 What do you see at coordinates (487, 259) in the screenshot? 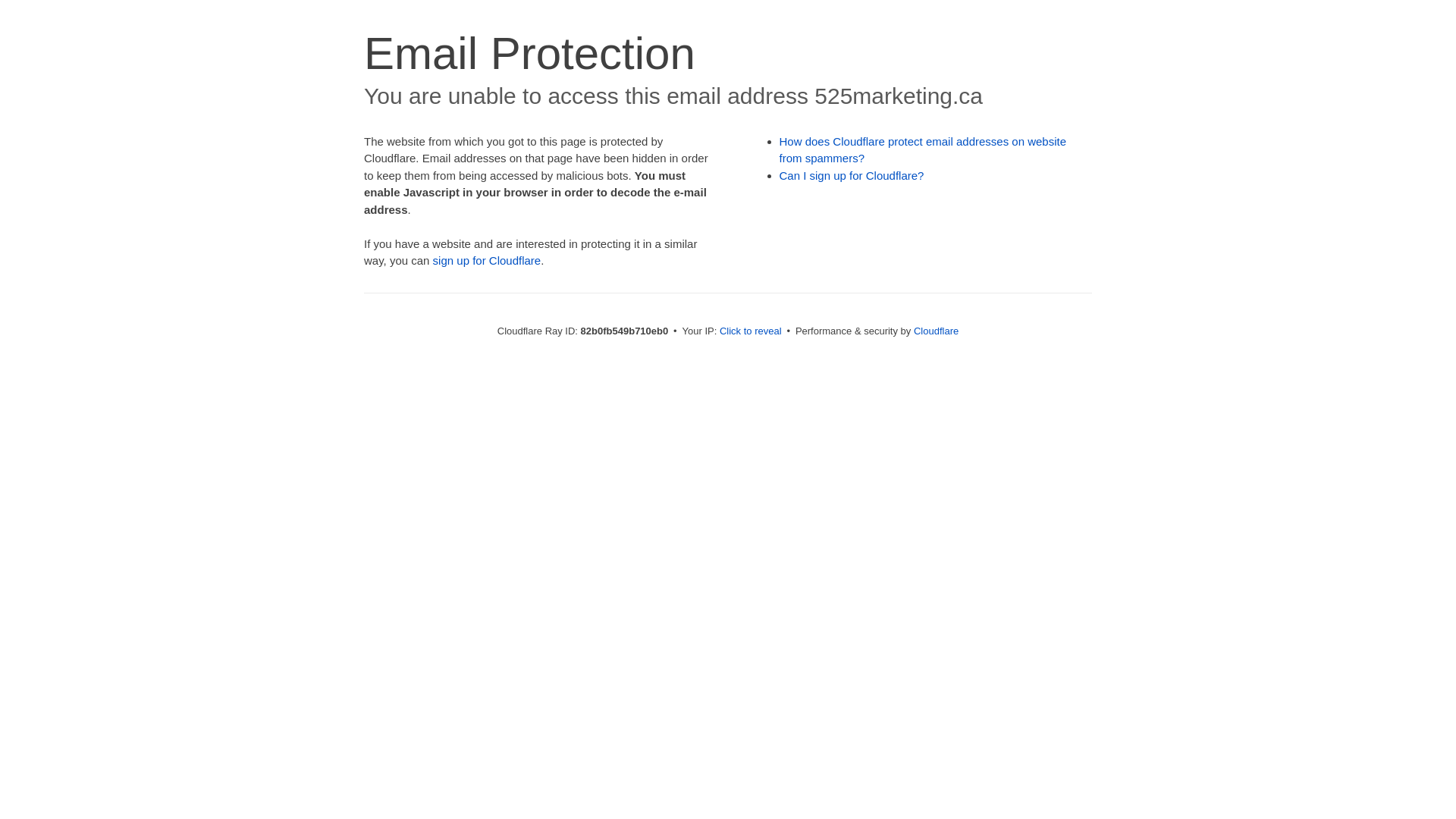
I see `'sign up for Cloudflare'` at bounding box center [487, 259].